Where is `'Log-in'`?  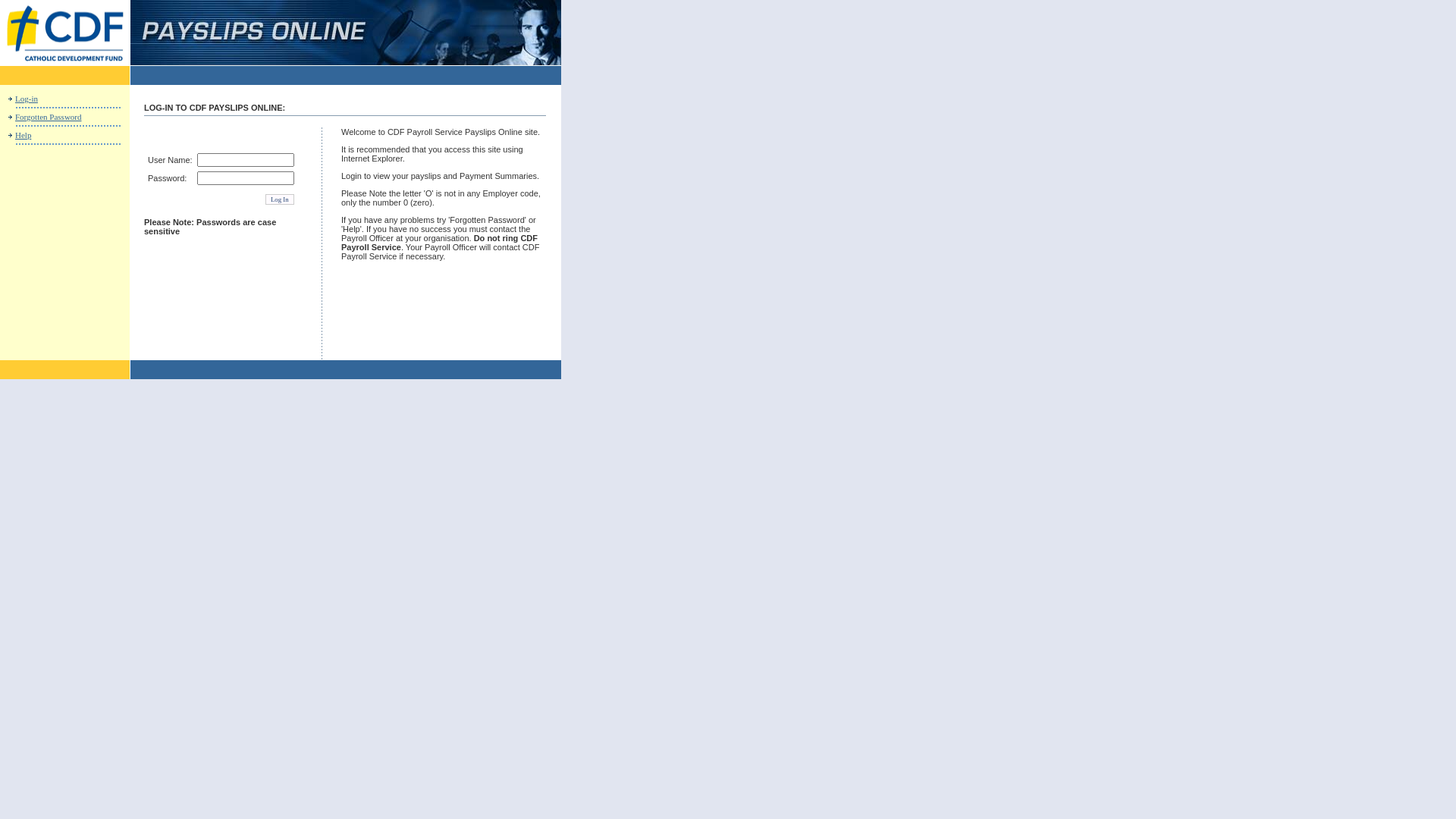
'Log-in' is located at coordinates (26, 99).